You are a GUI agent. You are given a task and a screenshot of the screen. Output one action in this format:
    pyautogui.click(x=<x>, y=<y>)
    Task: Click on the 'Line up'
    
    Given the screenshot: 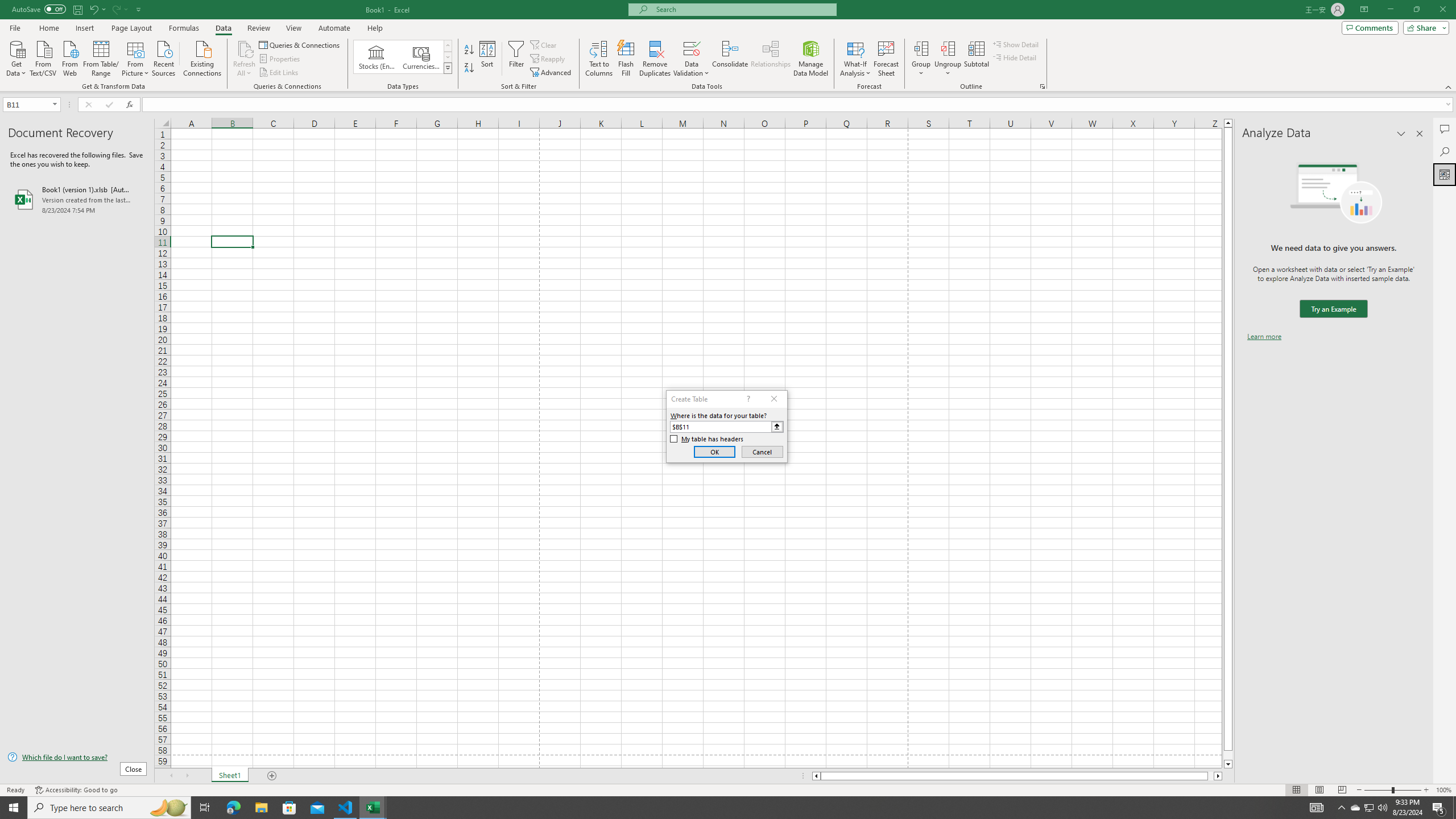 What is the action you would take?
    pyautogui.click(x=1228, y=122)
    